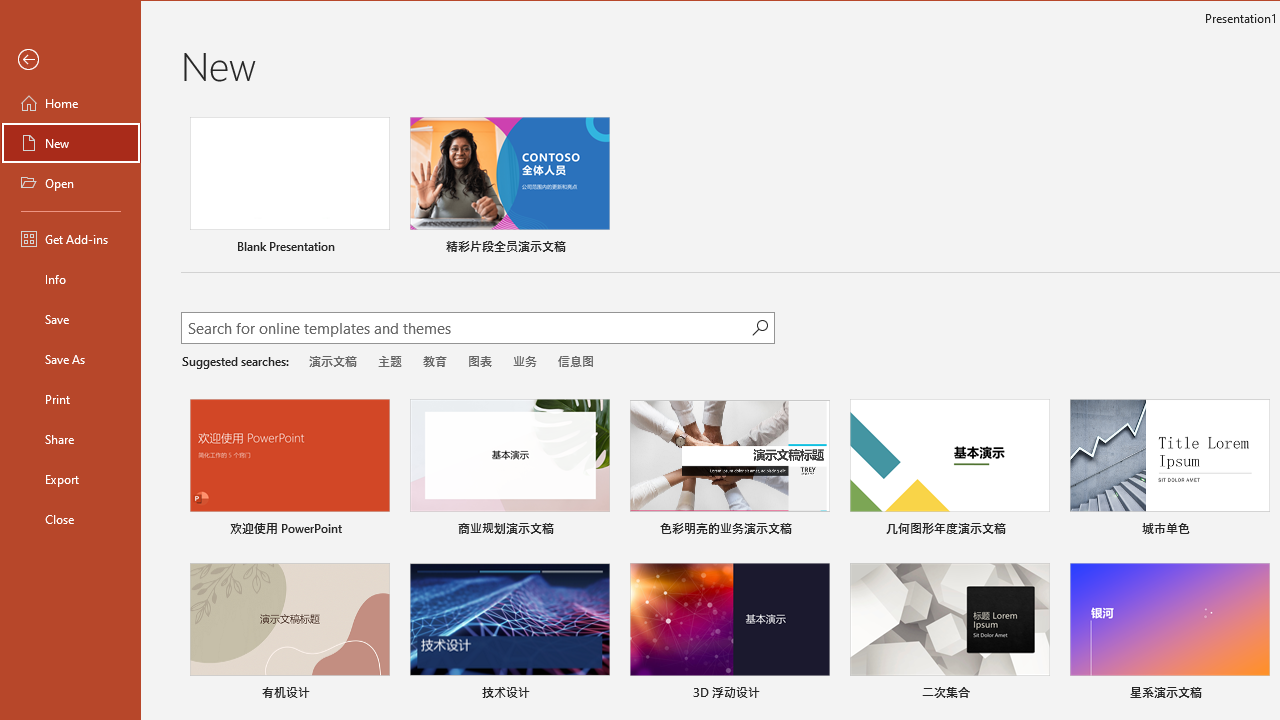  I want to click on 'Pin to list', so click(1255, 694).